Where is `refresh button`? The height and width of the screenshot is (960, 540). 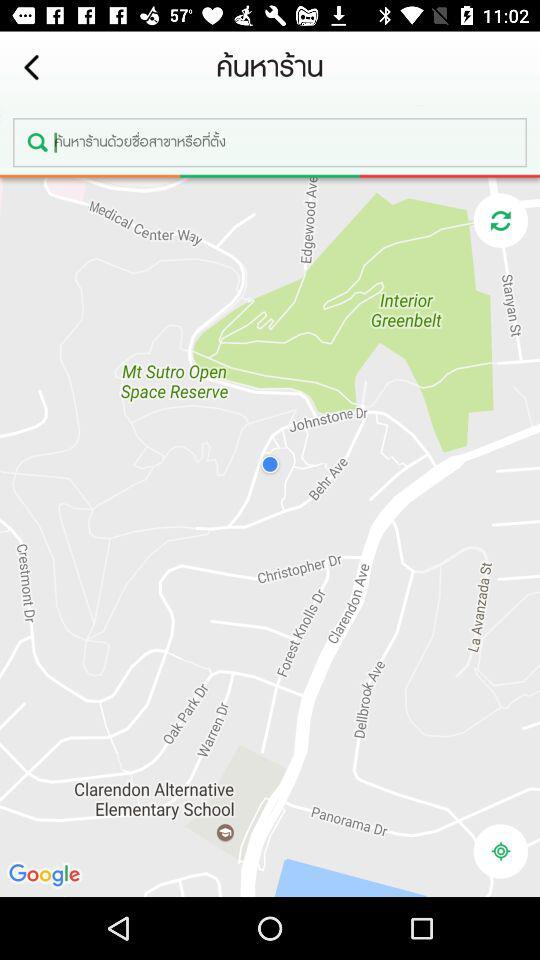 refresh button is located at coordinates (499, 220).